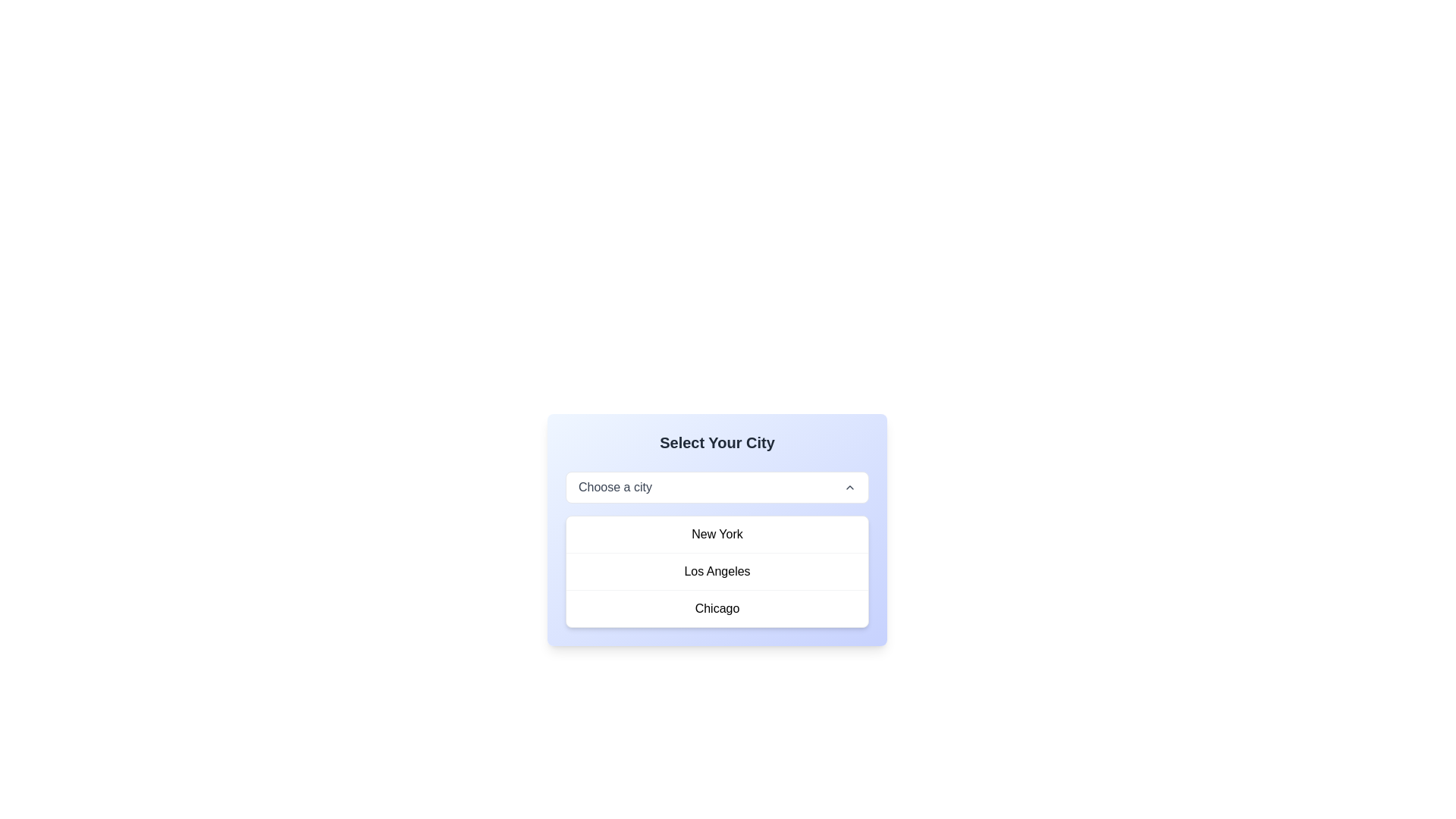  I want to click on the third list item in the dropdown menu, so click(716, 607).